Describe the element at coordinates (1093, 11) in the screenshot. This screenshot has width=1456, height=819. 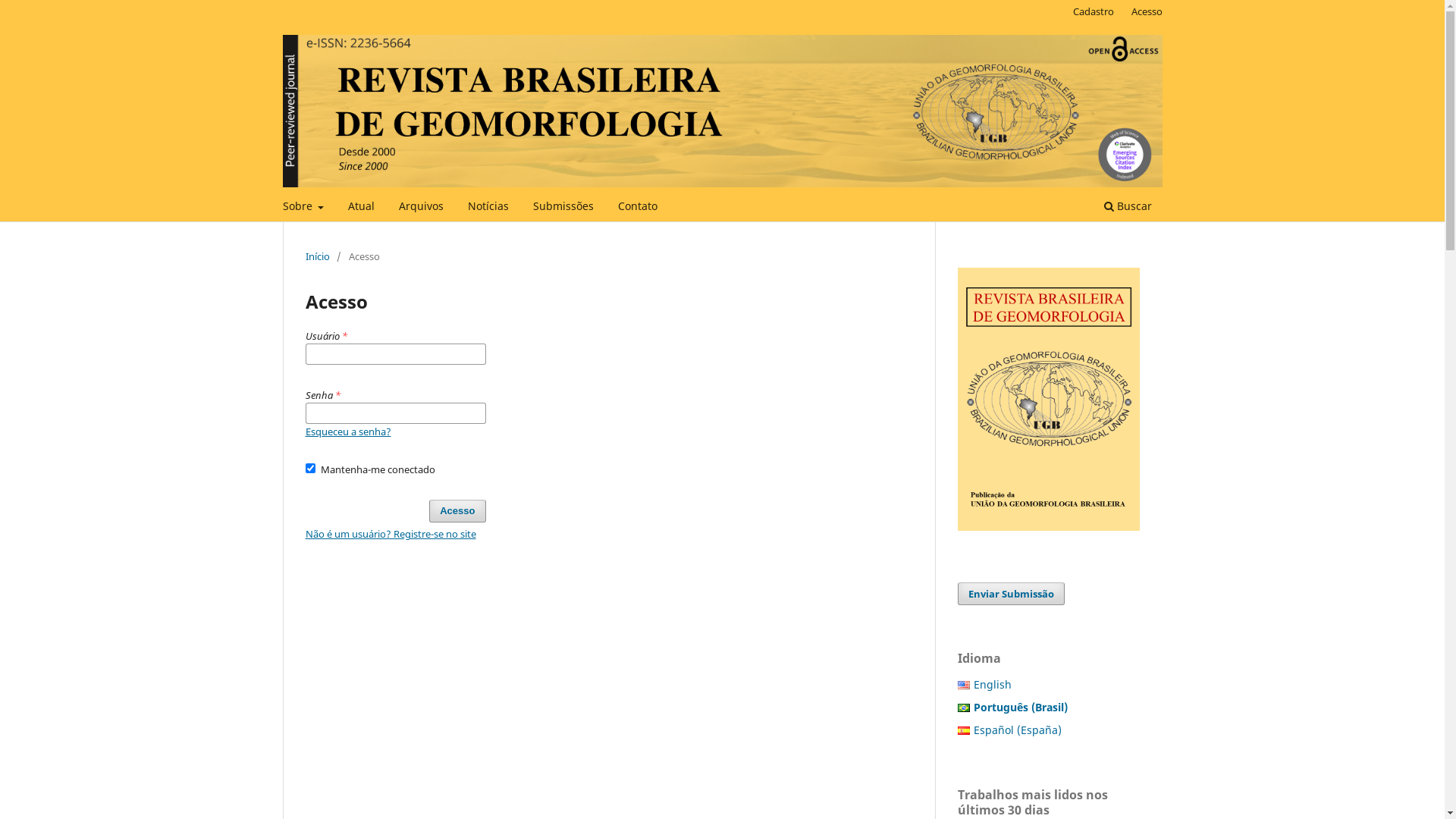
I see `'Cadastro'` at that location.